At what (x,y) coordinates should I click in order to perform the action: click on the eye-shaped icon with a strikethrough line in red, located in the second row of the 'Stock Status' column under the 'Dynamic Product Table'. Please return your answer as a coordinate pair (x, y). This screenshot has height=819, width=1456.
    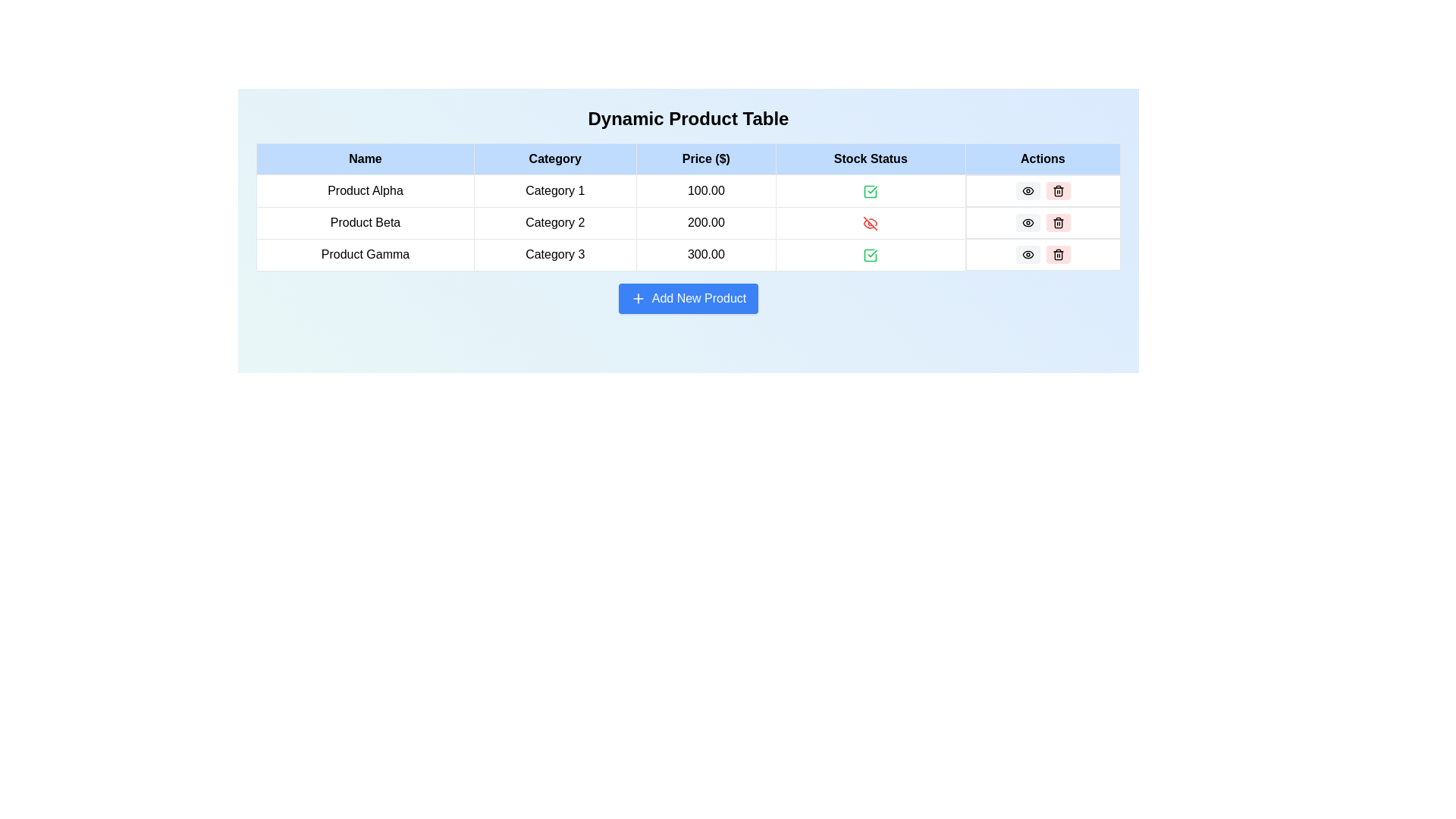
    Looking at the image, I should click on (871, 223).